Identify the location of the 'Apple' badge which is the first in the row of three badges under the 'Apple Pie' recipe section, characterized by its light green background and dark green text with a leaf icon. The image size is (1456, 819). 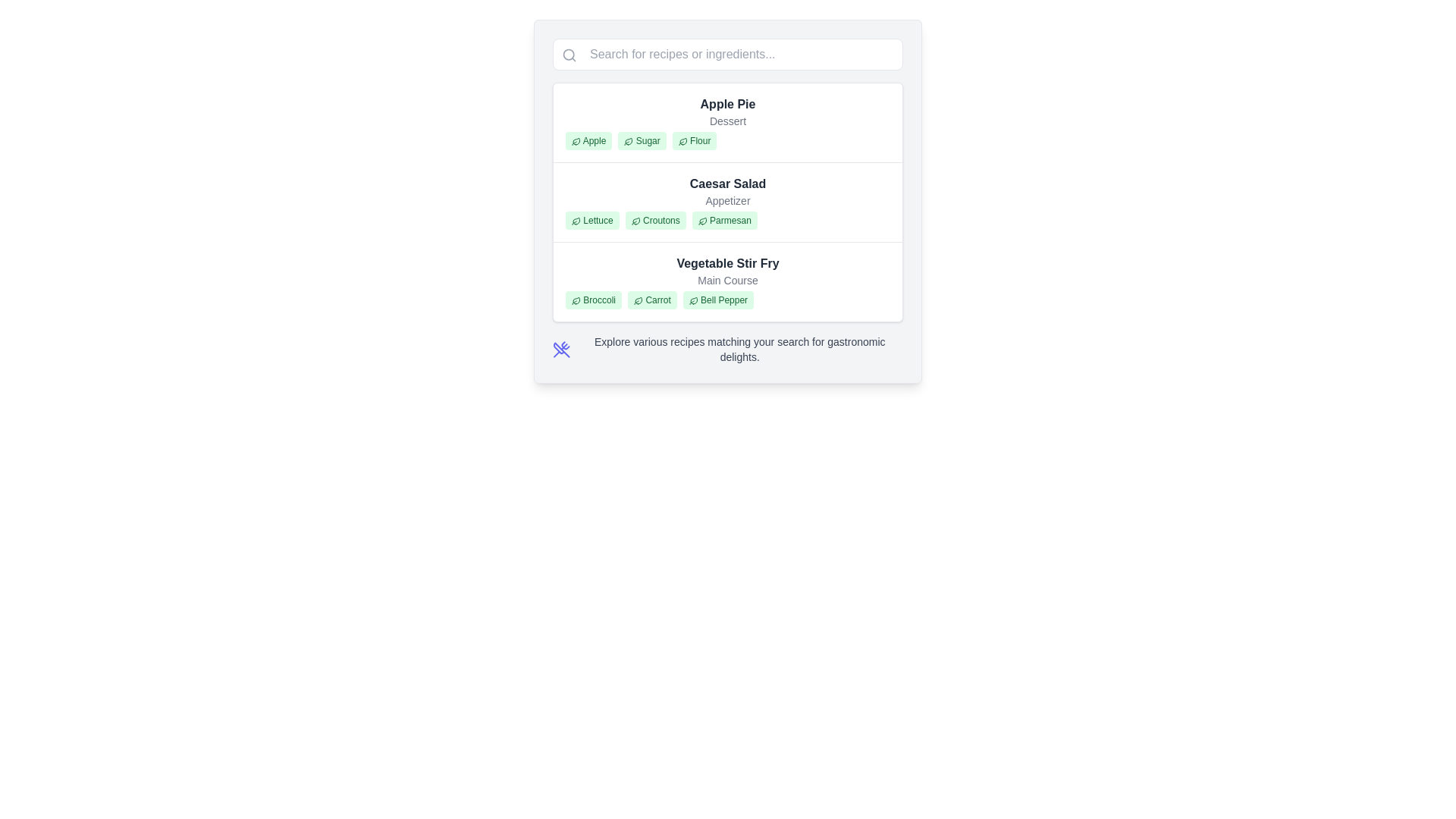
(588, 140).